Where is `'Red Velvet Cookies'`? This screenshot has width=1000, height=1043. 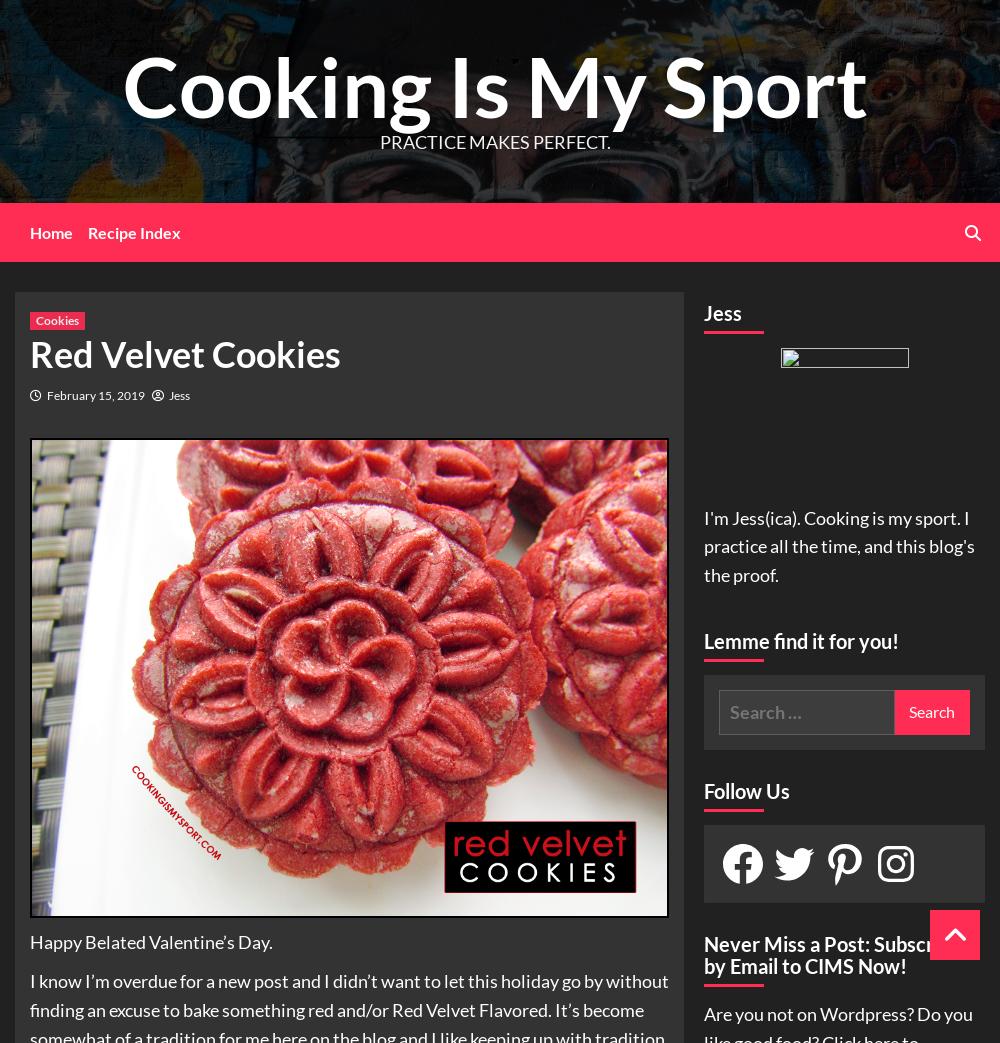
'Red Velvet Cookies' is located at coordinates (185, 351).